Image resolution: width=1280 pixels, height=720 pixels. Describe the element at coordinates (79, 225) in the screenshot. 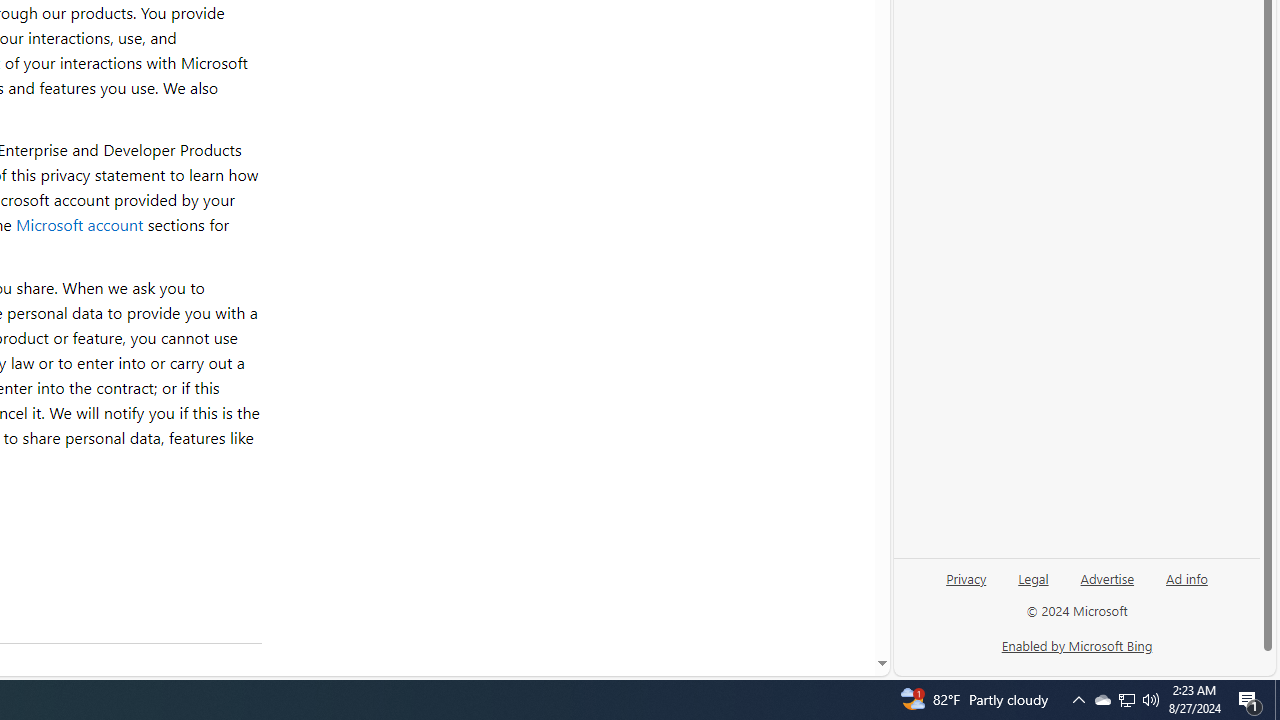

I see `'Microsoft account'` at that location.